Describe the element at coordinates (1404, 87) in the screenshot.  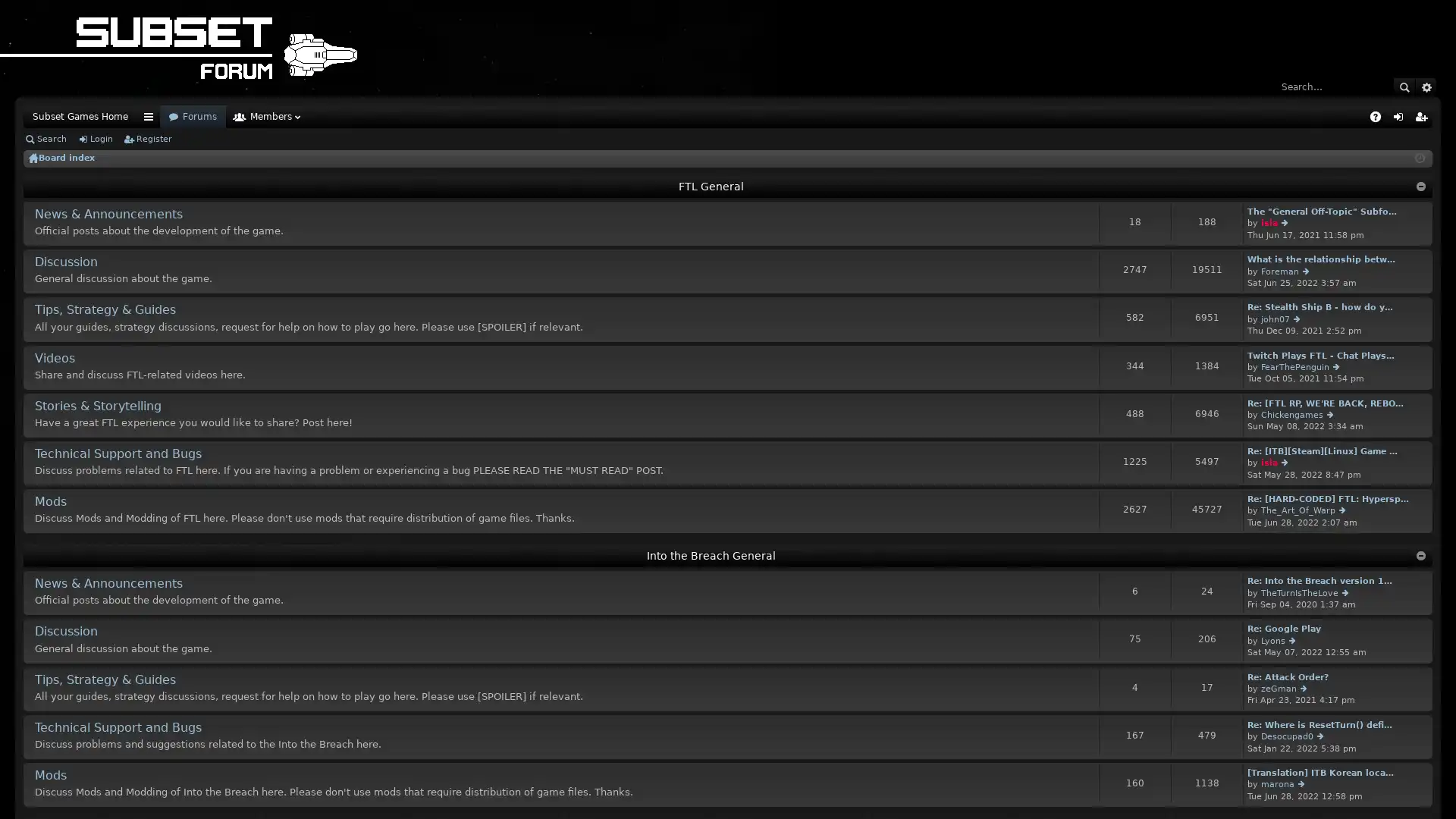
I see `Search` at that location.